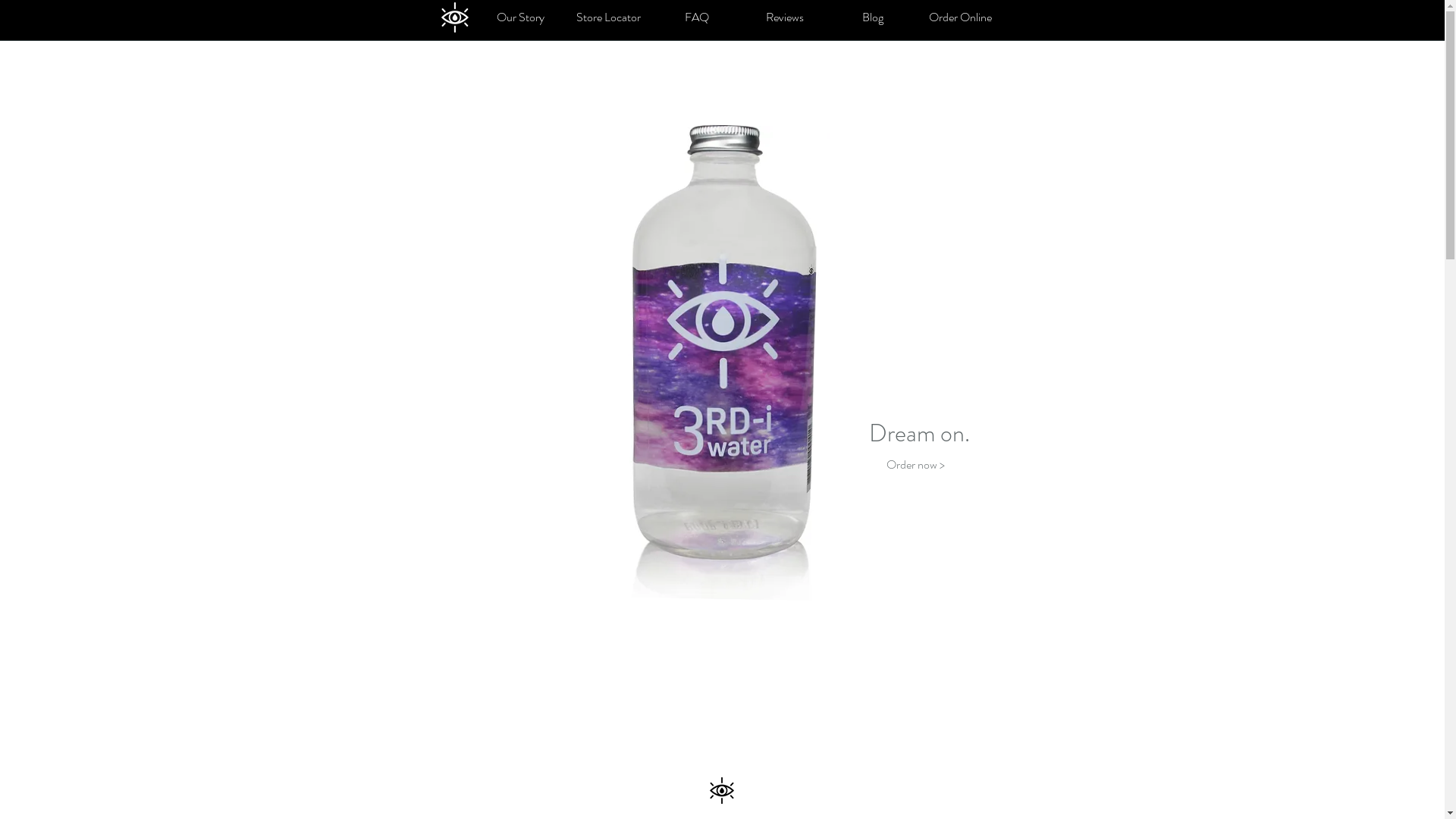  I want to click on 'Blog', so click(872, 17).